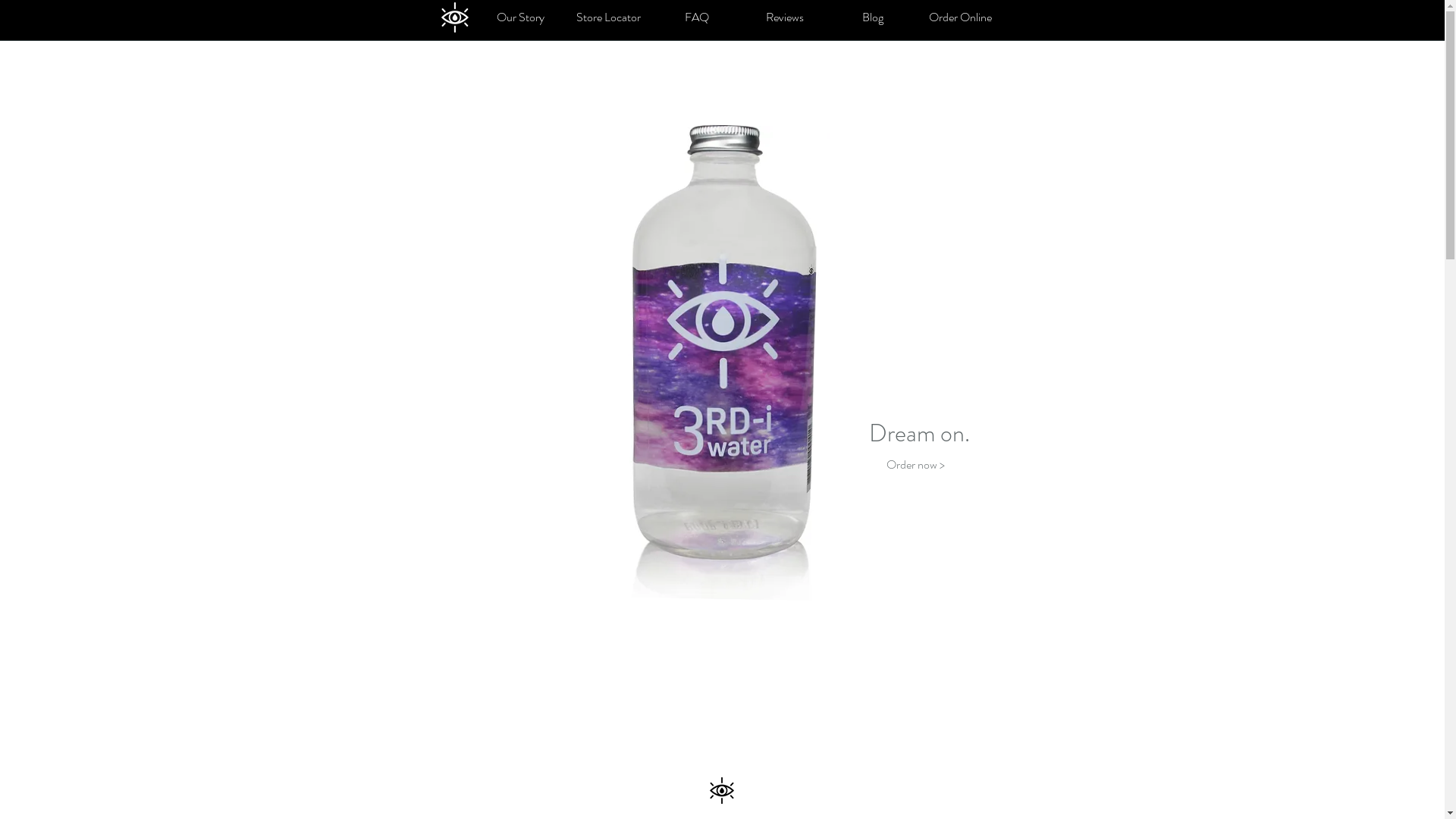  I want to click on 'Blog', so click(872, 17).